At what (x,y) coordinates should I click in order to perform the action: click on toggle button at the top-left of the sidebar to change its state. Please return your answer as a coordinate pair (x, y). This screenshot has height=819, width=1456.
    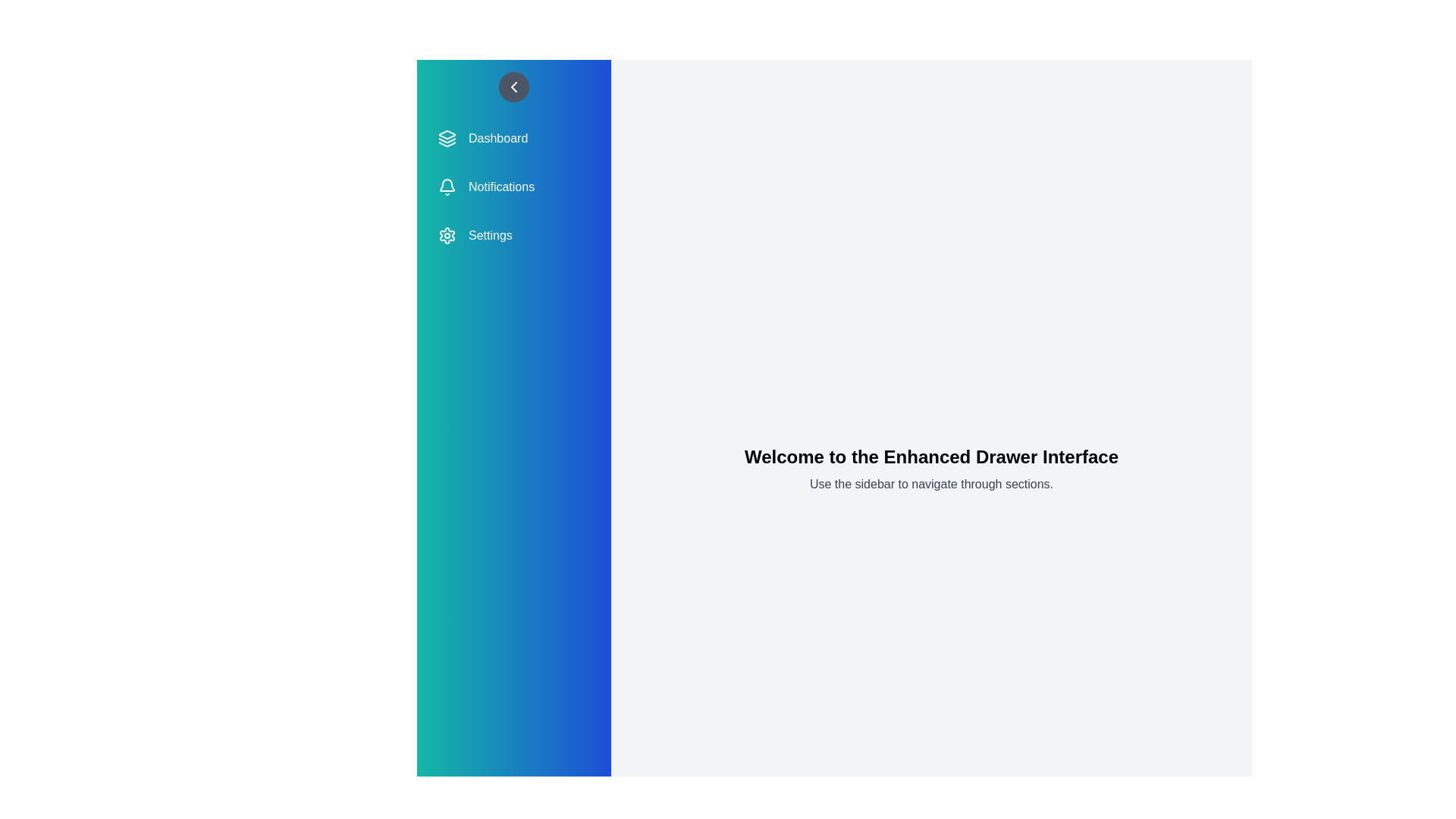
    Looking at the image, I should click on (513, 87).